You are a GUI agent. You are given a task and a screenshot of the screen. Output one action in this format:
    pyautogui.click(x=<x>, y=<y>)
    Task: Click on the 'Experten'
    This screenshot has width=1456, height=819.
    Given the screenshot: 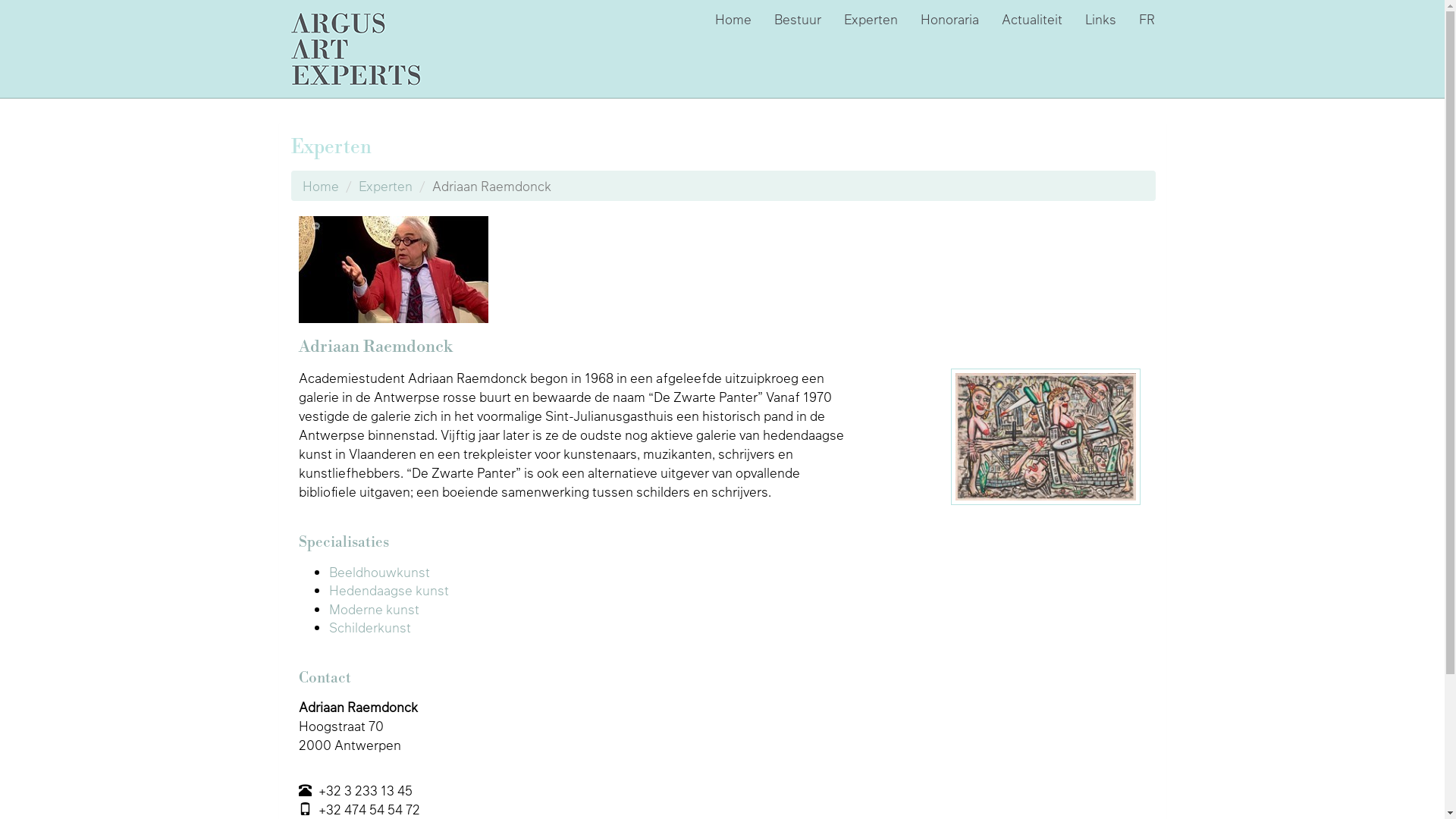 What is the action you would take?
    pyautogui.click(x=871, y=18)
    